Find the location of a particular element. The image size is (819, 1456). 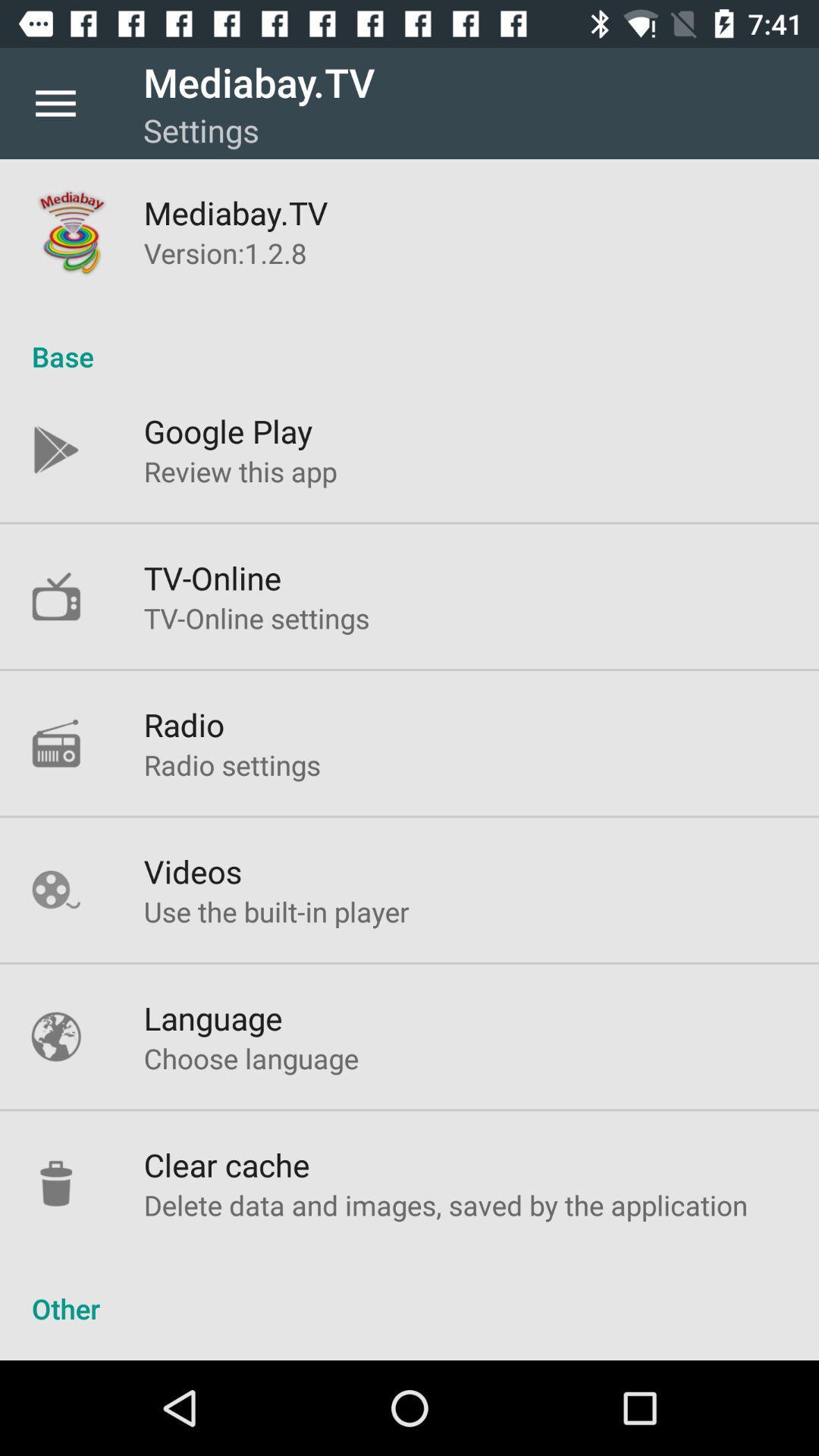

the item below videos icon is located at coordinates (276, 911).